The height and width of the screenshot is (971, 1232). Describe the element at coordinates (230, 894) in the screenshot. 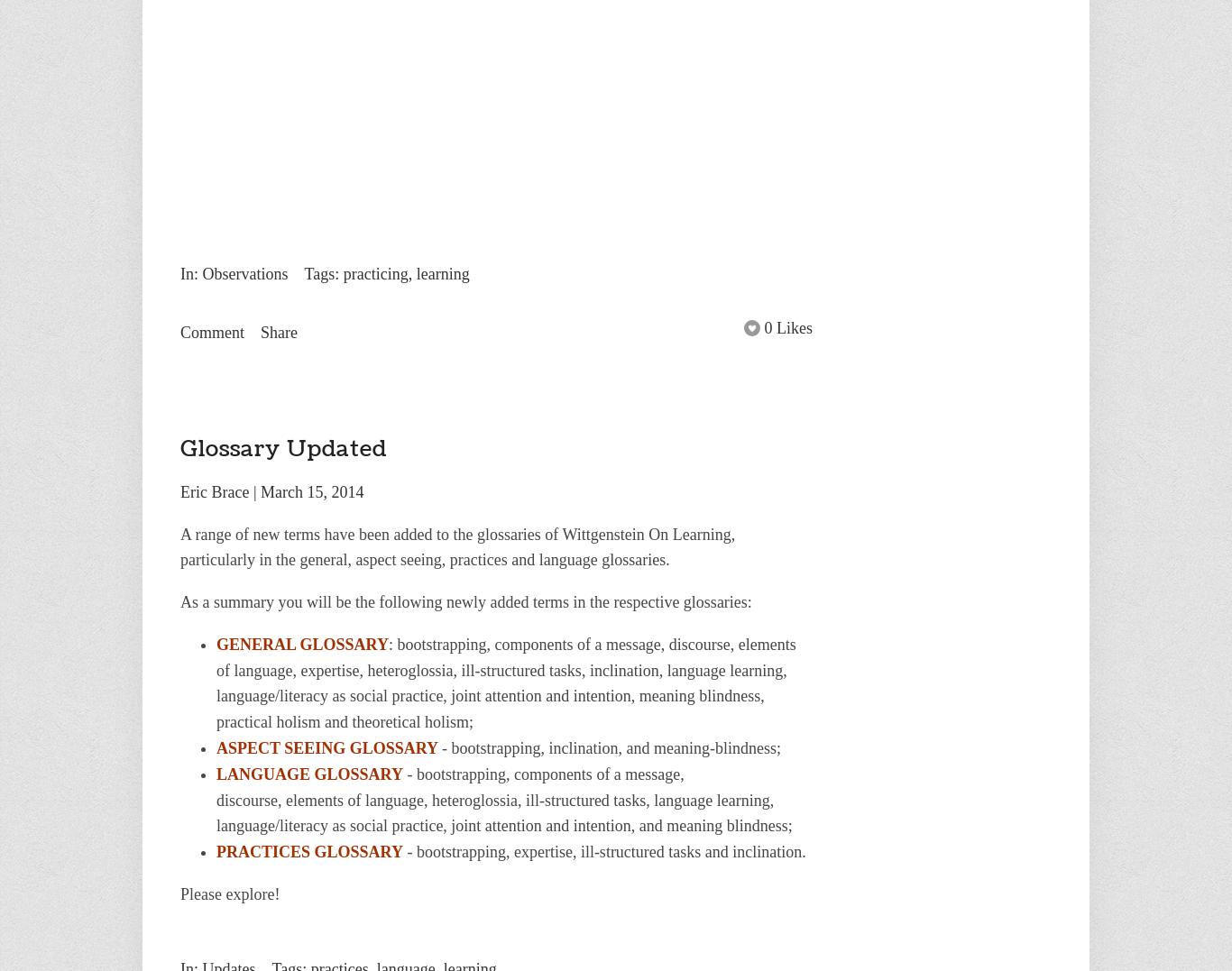

I see `'Please explore!'` at that location.